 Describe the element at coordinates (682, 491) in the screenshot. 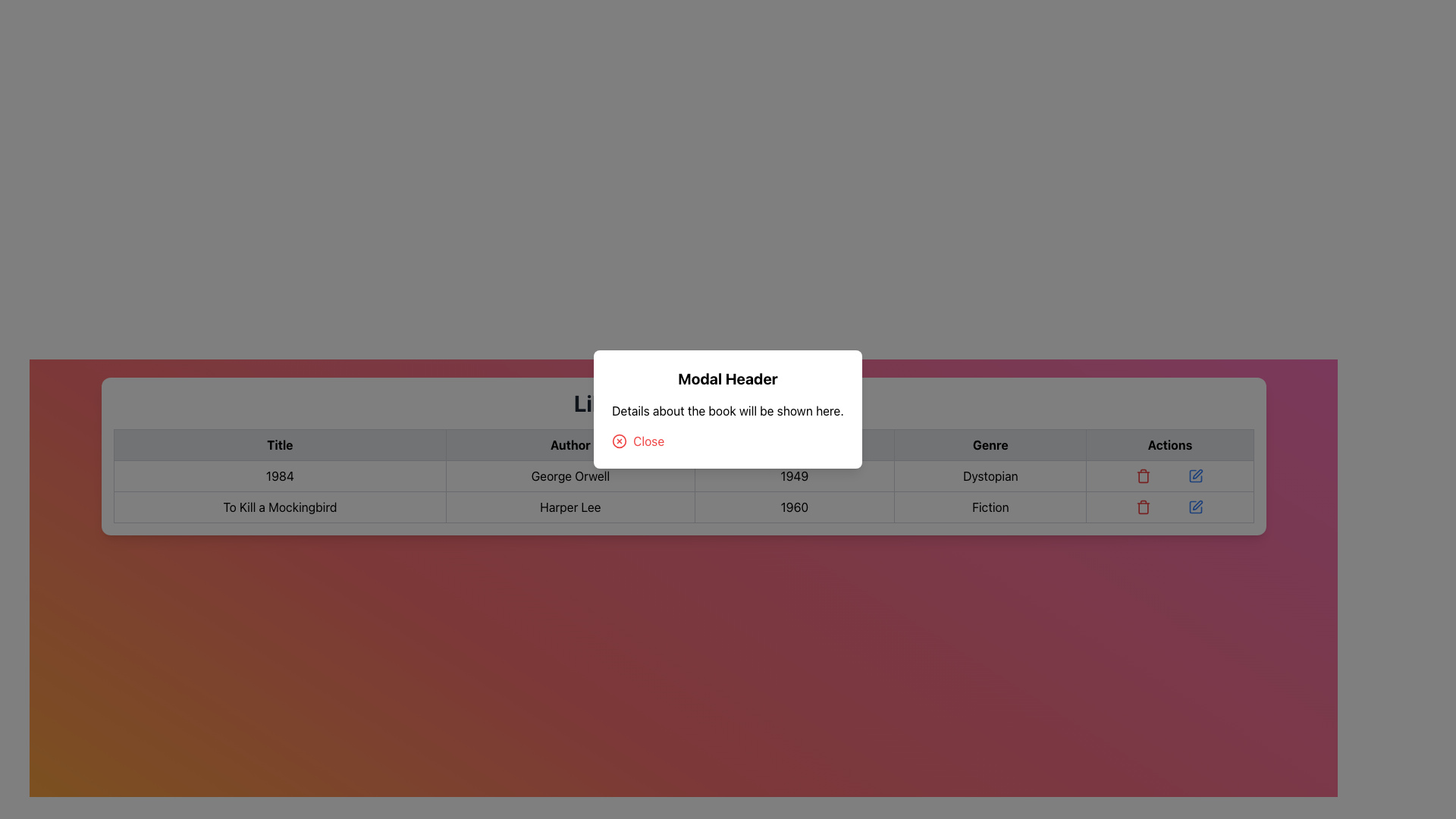

I see `the interactive elements within the second row of the book details table, which displays 'To Kill a Mockingbird', 'Harper Lee', '1960', and 'Fiction'` at that location.